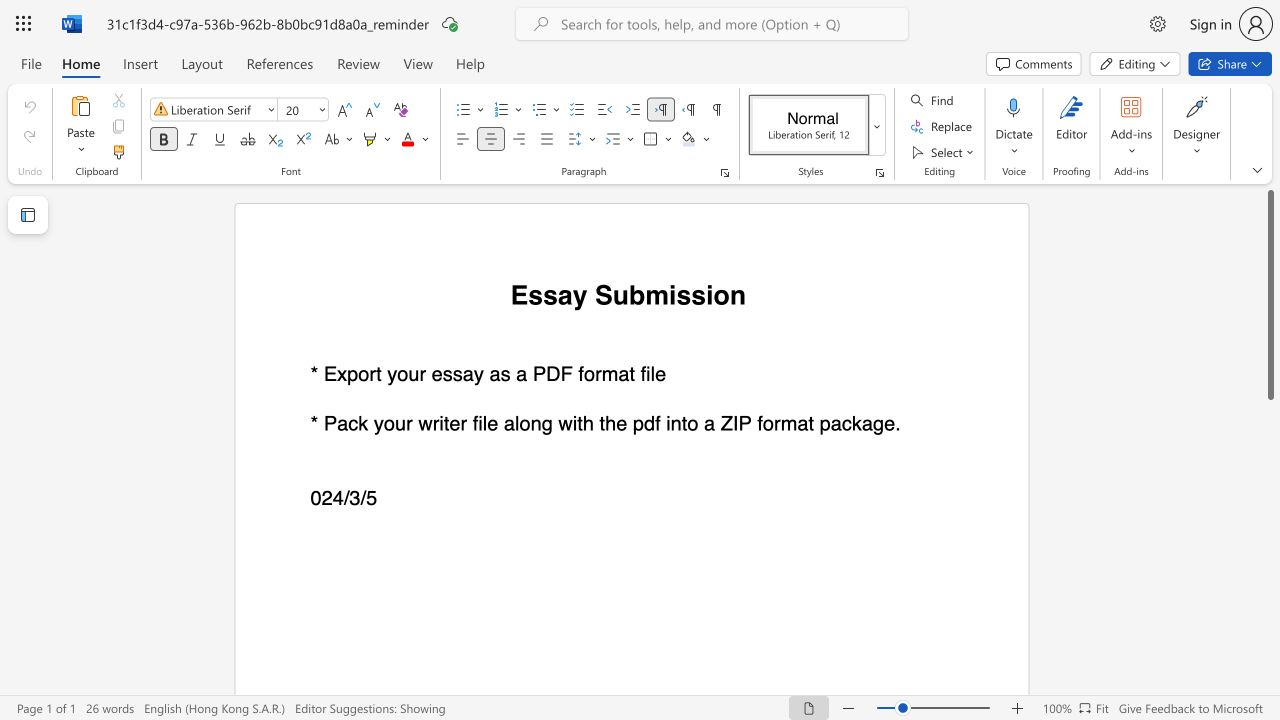  What do you see at coordinates (773, 422) in the screenshot?
I see `the subset text "rmat p" within the text "Pack your writer file along with the pdf into a ZIP format package."` at bounding box center [773, 422].